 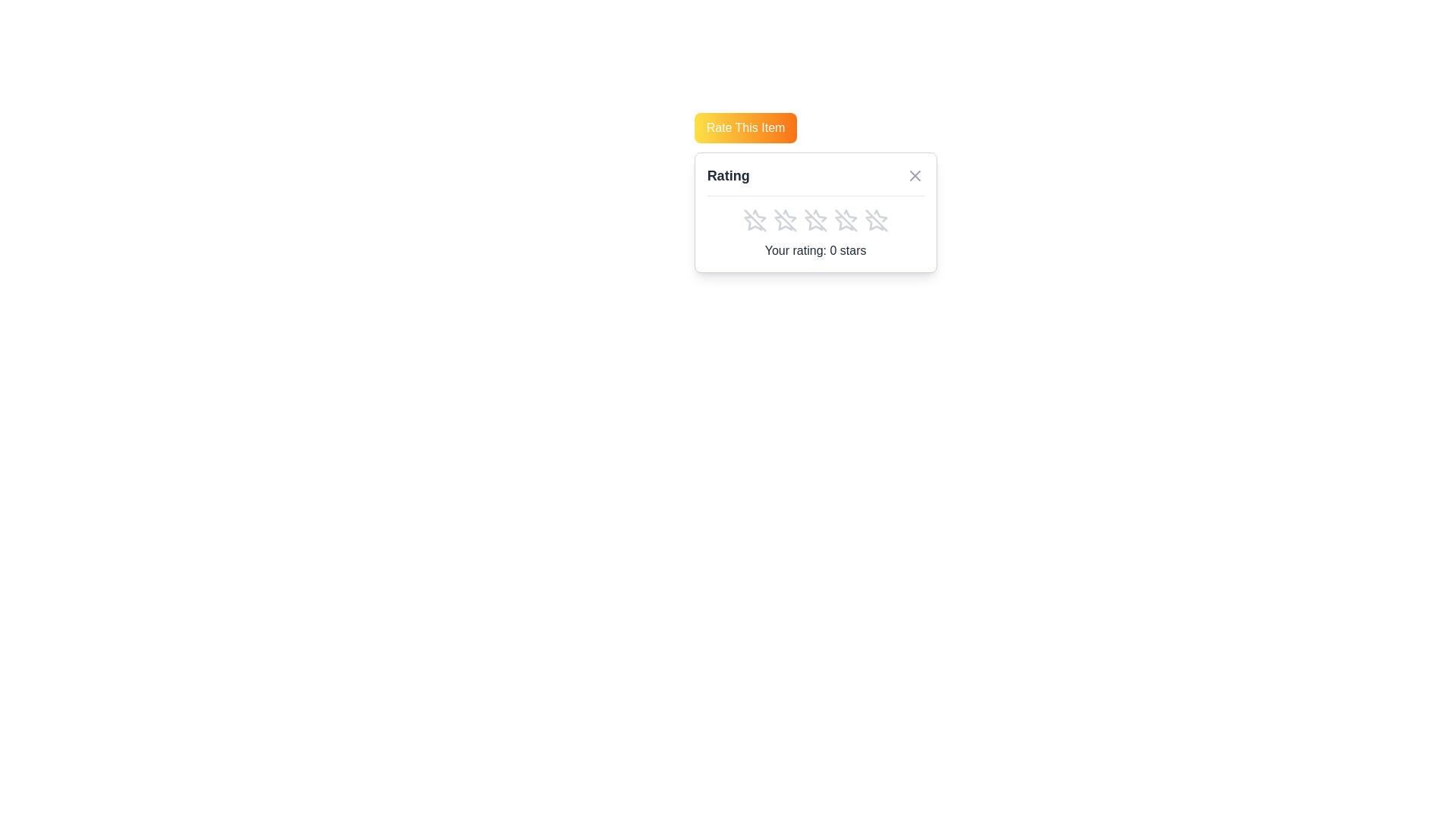 I want to click on the fifth star icon in the rating system, which indicates an unselected state, located to the right in the group of five stars below the 'Rate This Item' button, so click(x=876, y=220).